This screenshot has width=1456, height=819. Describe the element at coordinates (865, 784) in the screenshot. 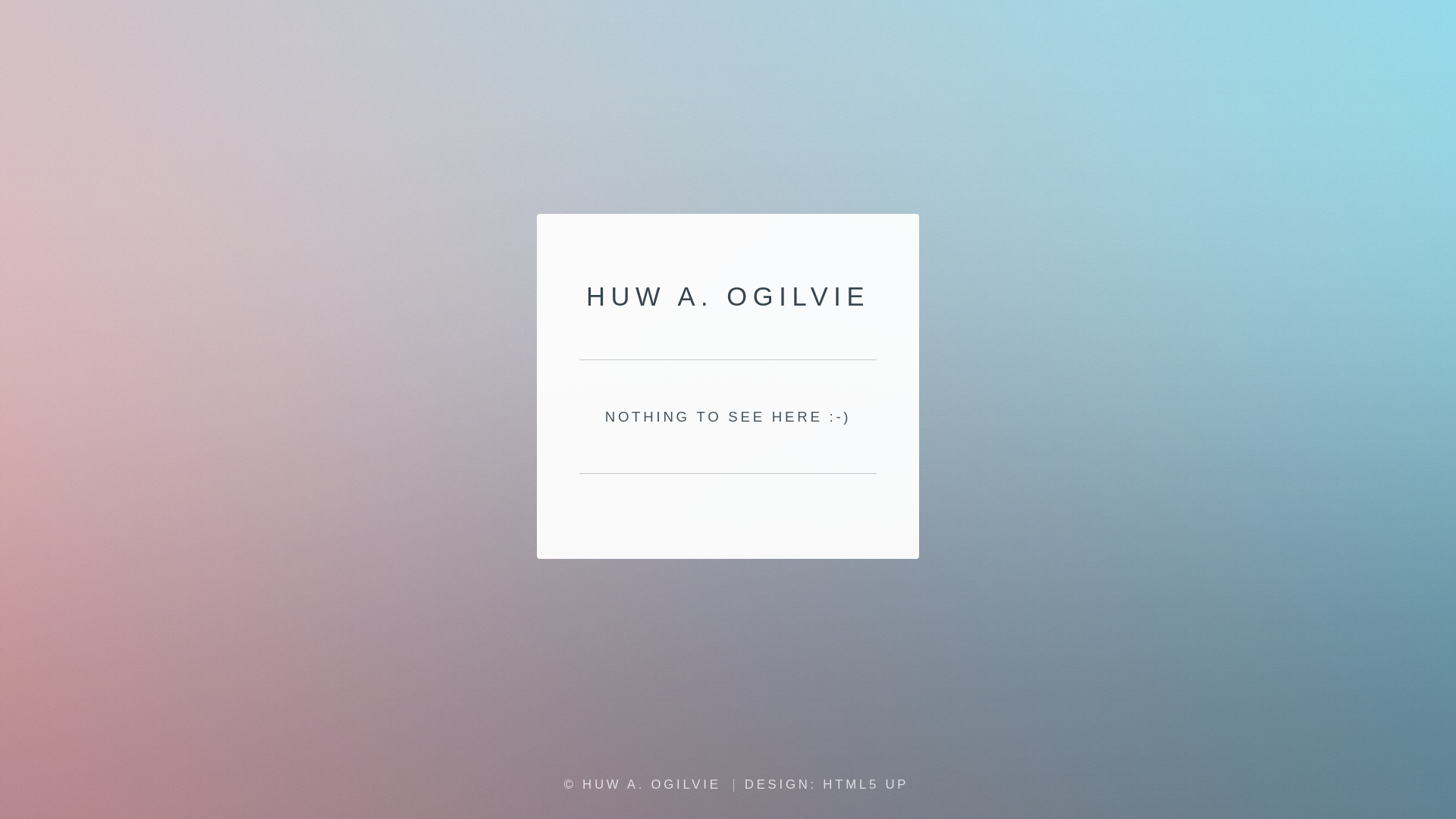

I see `'HTML5 UP'` at that location.